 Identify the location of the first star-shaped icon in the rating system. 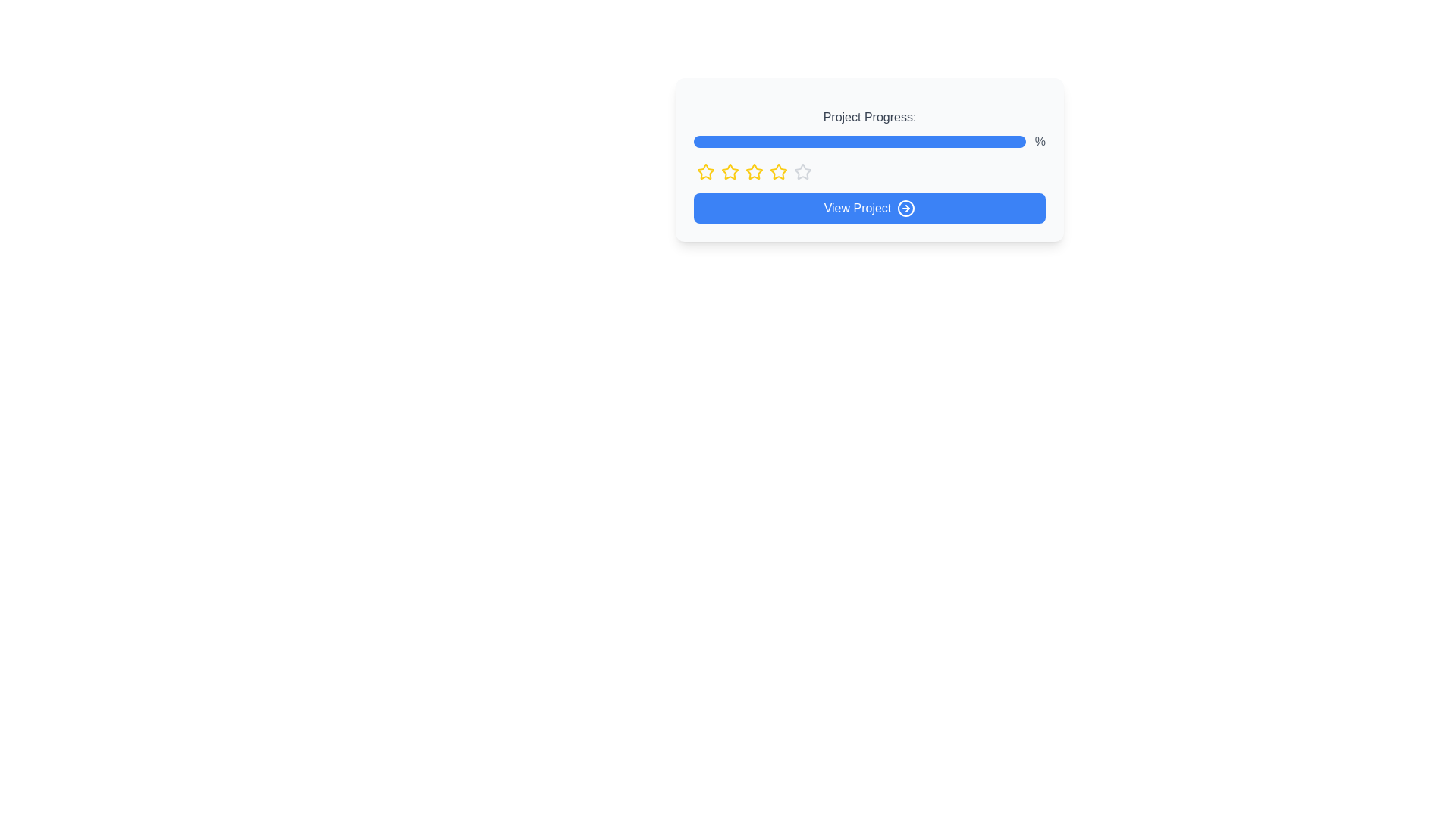
(705, 171).